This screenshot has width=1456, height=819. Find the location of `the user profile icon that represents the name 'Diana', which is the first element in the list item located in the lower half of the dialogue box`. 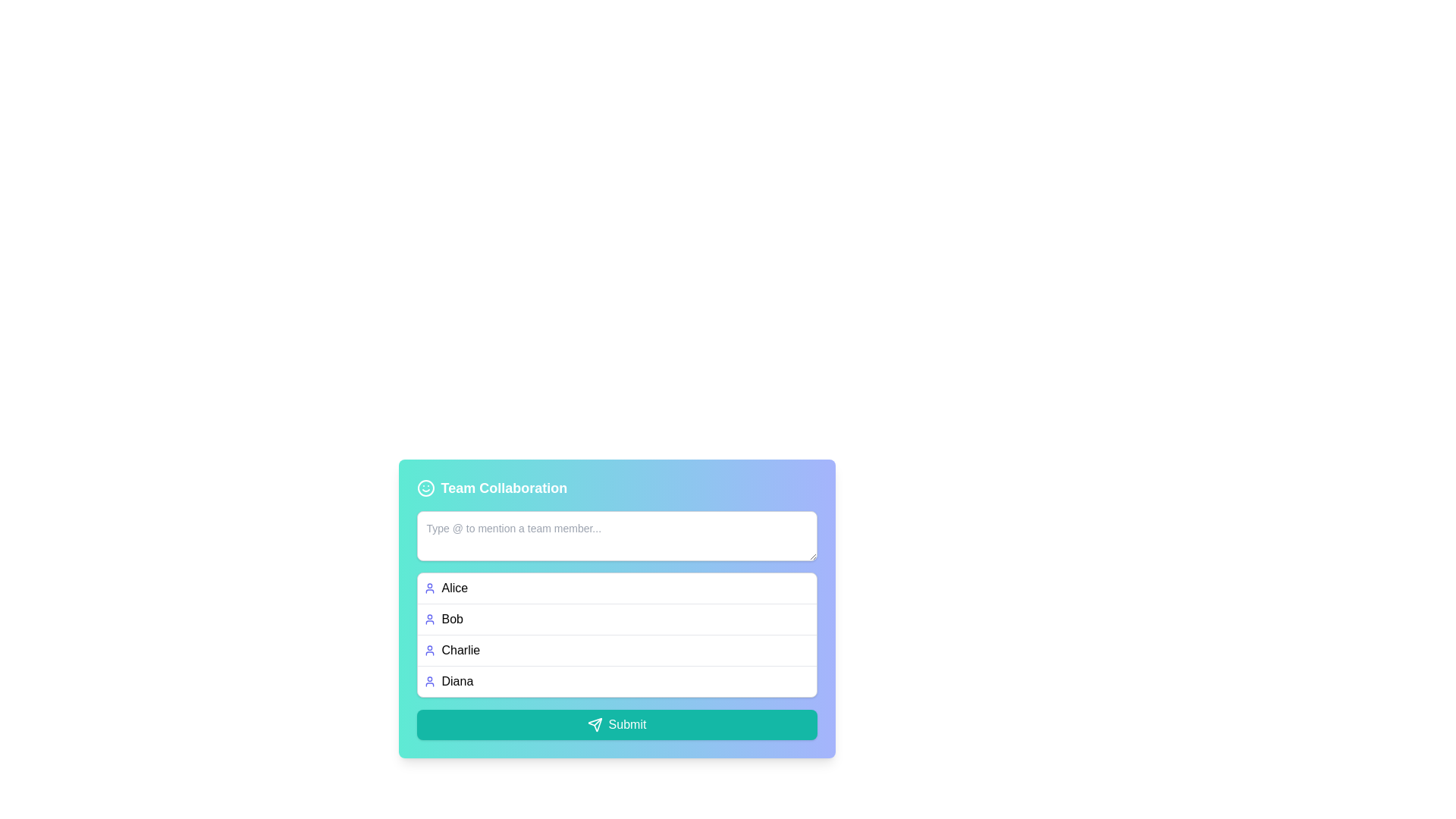

the user profile icon that represents the name 'Diana', which is the first element in the list item located in the lower half of the dialogue box is located at coordinates (428, 680).